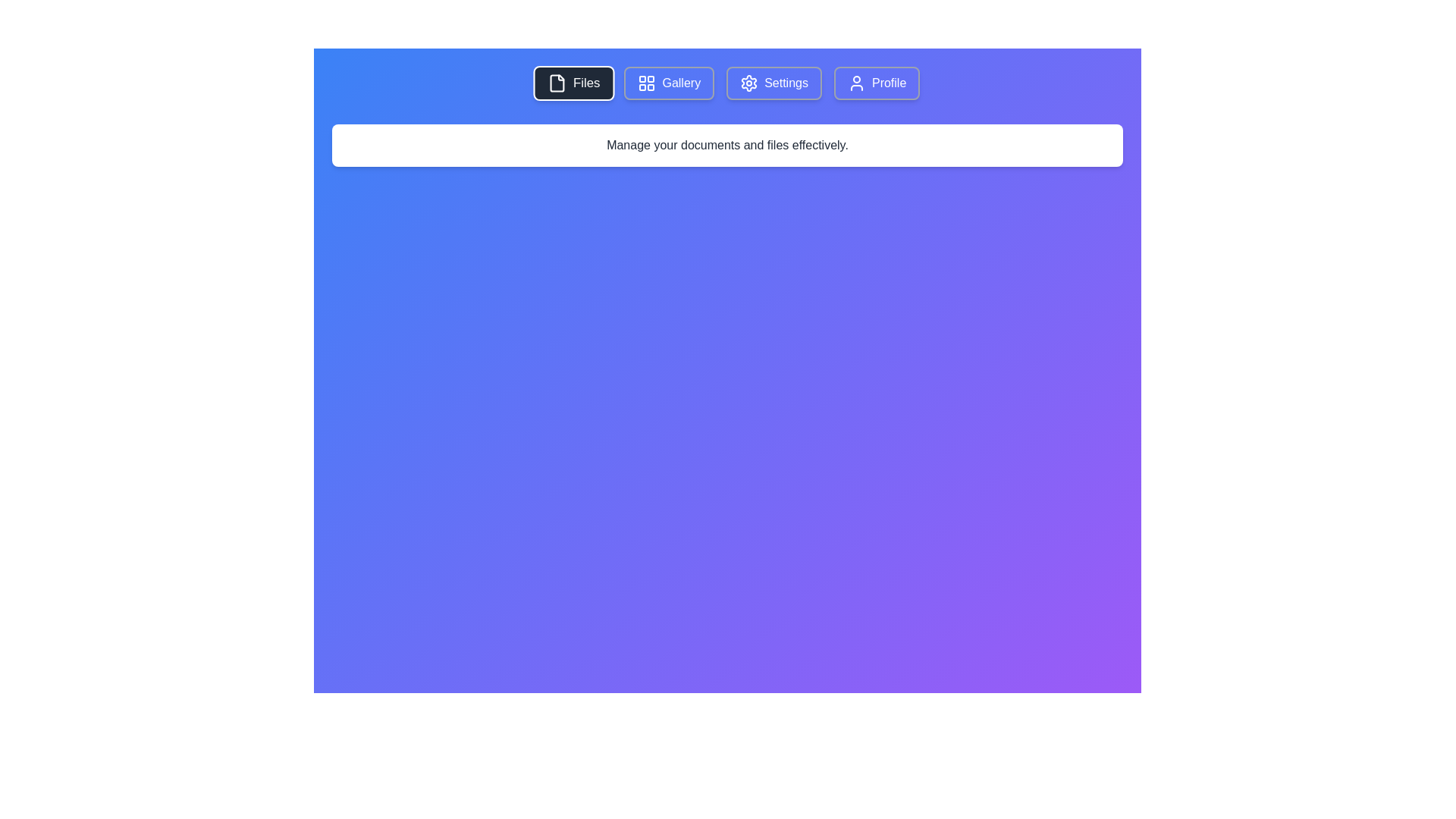 The image size is (1456, 819). Describe the element at coordinates (726, 146) in the screenshot. I see `the Text Label located centrally at the top of the content area to potentially display additional information` at that location.